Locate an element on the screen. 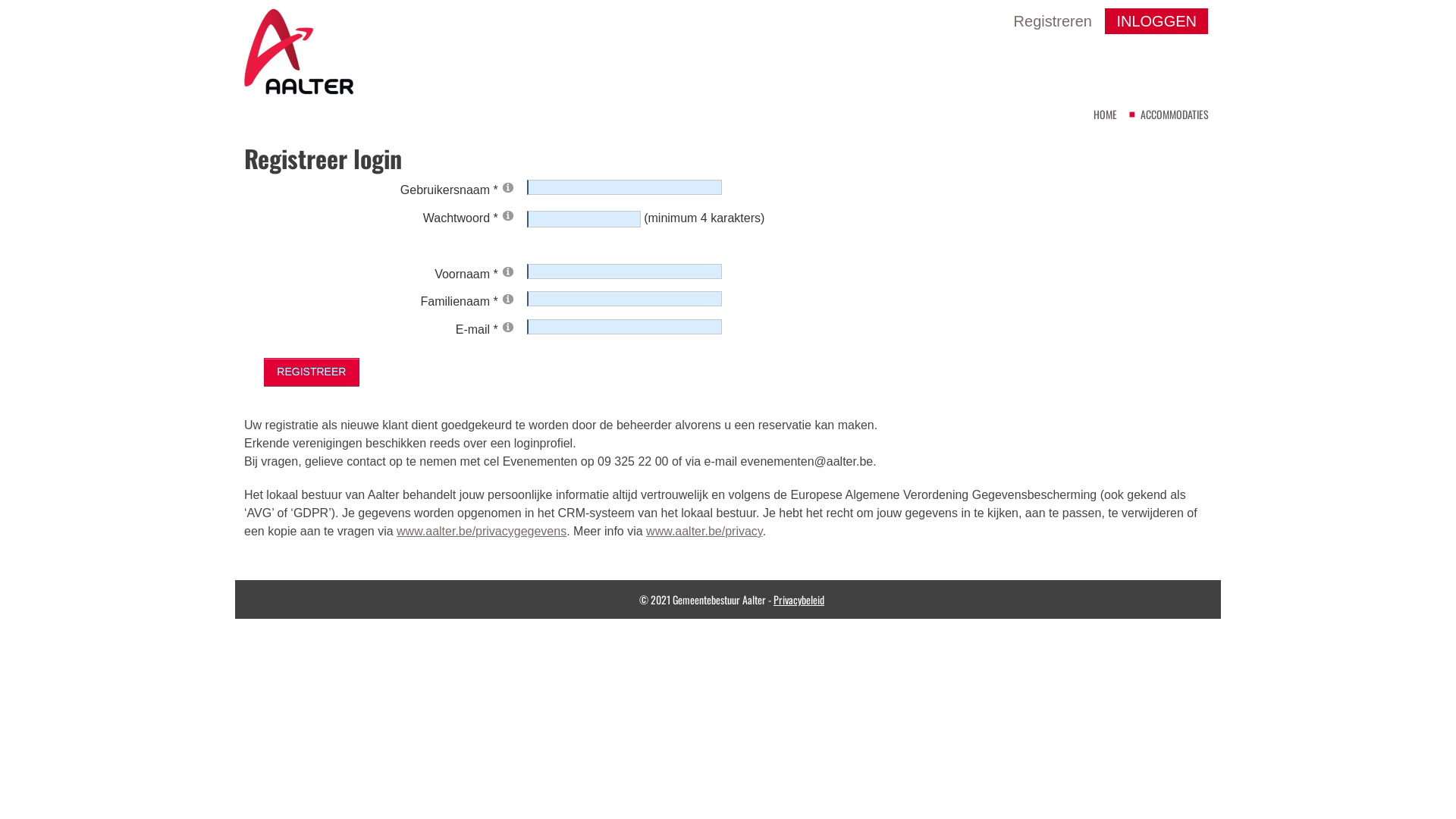 Image resolution: width=1456 pixels, height=819 pixels. 'INLOGGEN' is located at coordinates (1156, 20).